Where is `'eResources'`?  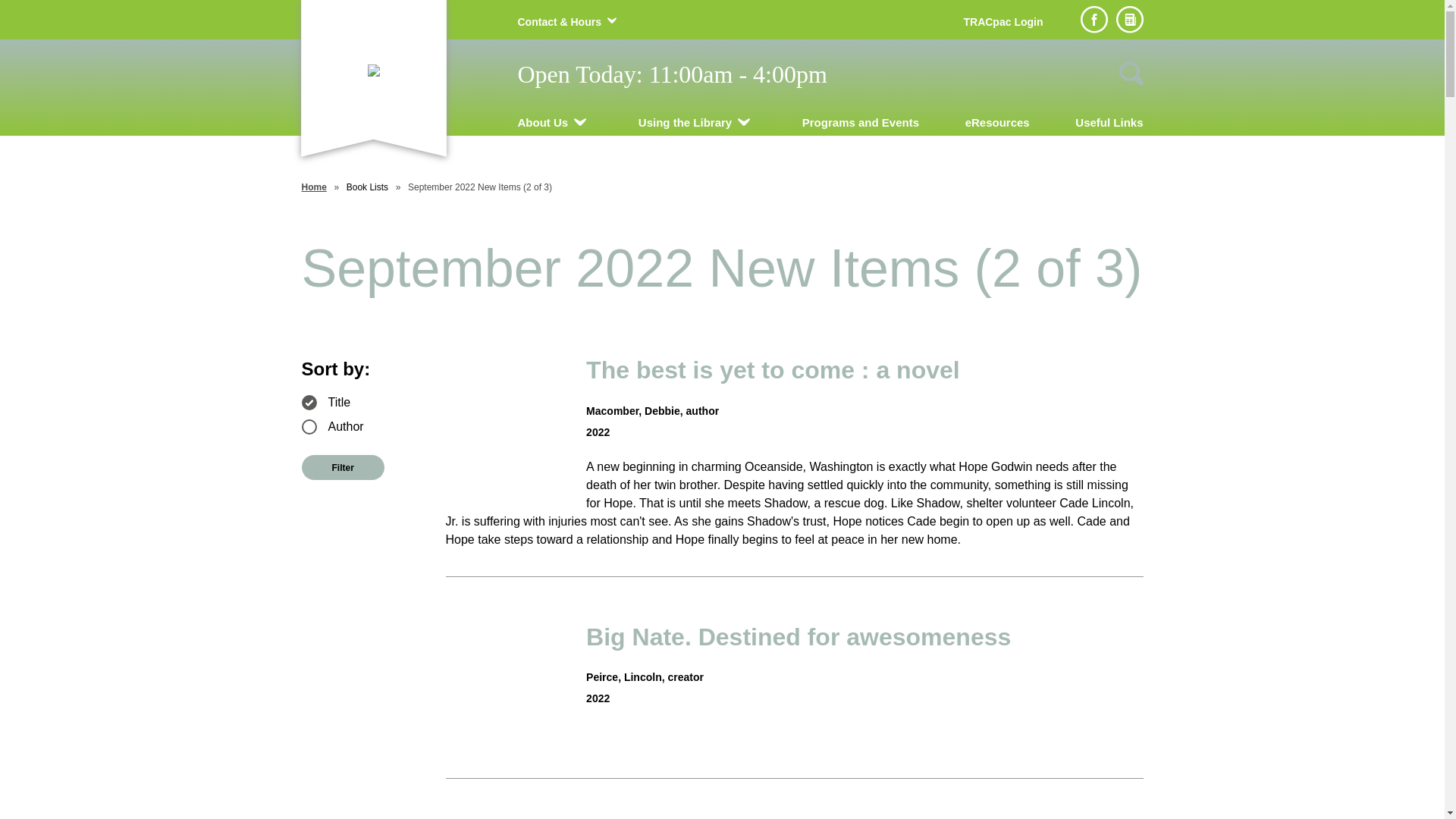 'eResources' is located at coordinates (997, 121).